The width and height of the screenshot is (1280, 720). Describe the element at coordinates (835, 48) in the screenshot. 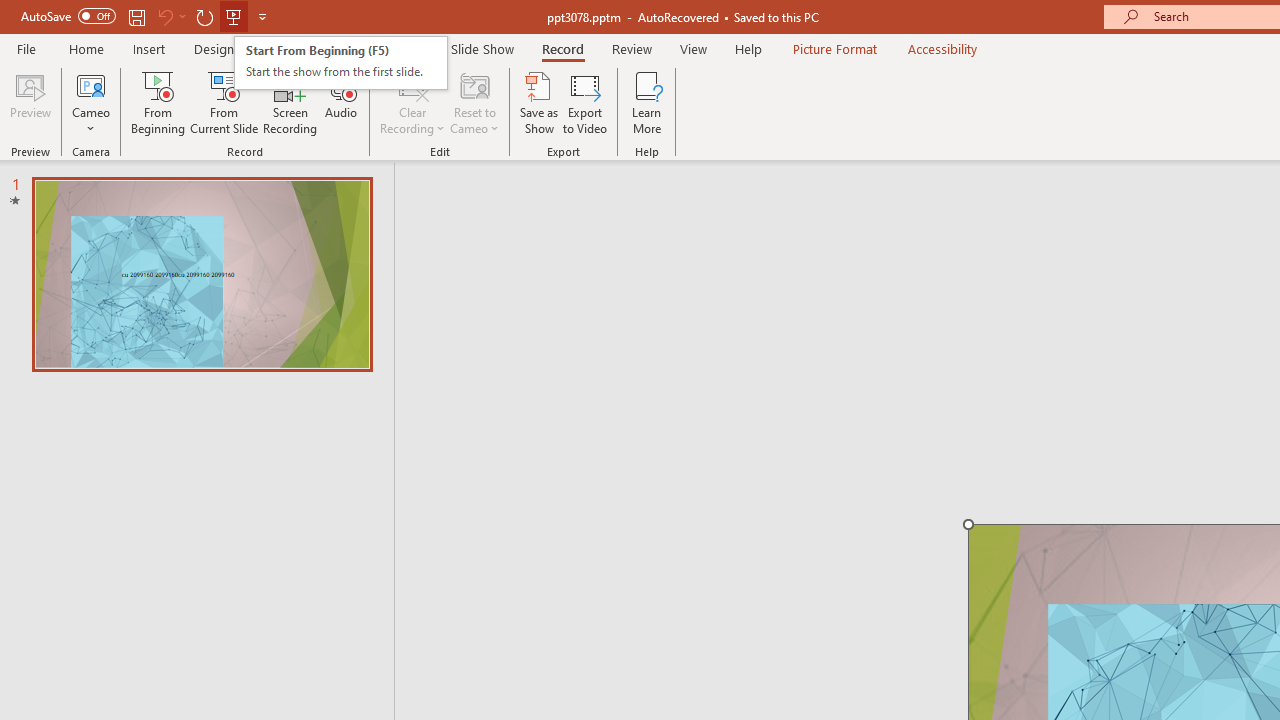

I see `'Picture Format'` at that location.